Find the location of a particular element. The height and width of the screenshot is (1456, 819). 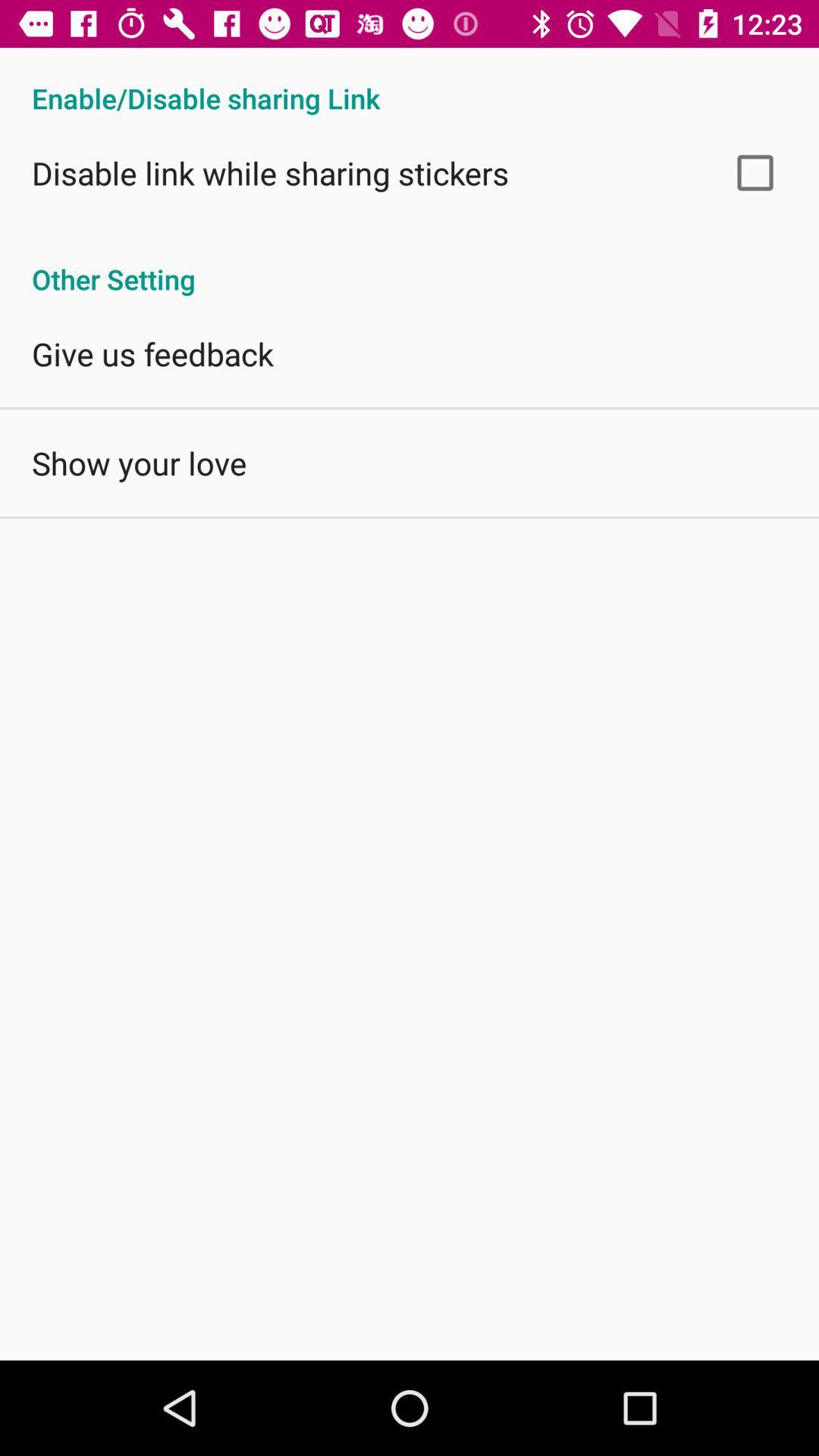

icon at the top right corner is located at coordinates (755, 172).